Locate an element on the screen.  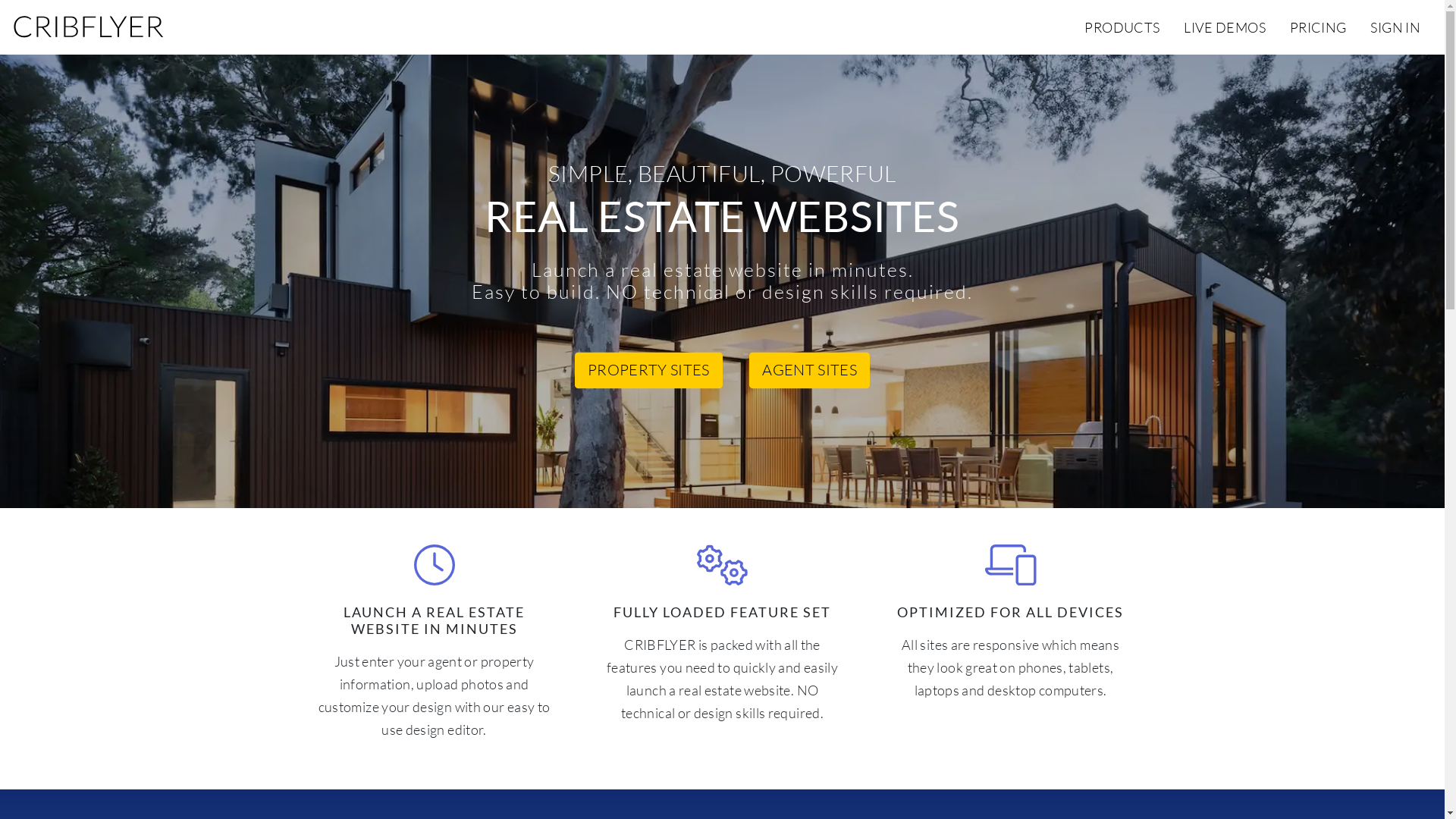
'PROPERTY SITES' is located at coordinates (574, 371).